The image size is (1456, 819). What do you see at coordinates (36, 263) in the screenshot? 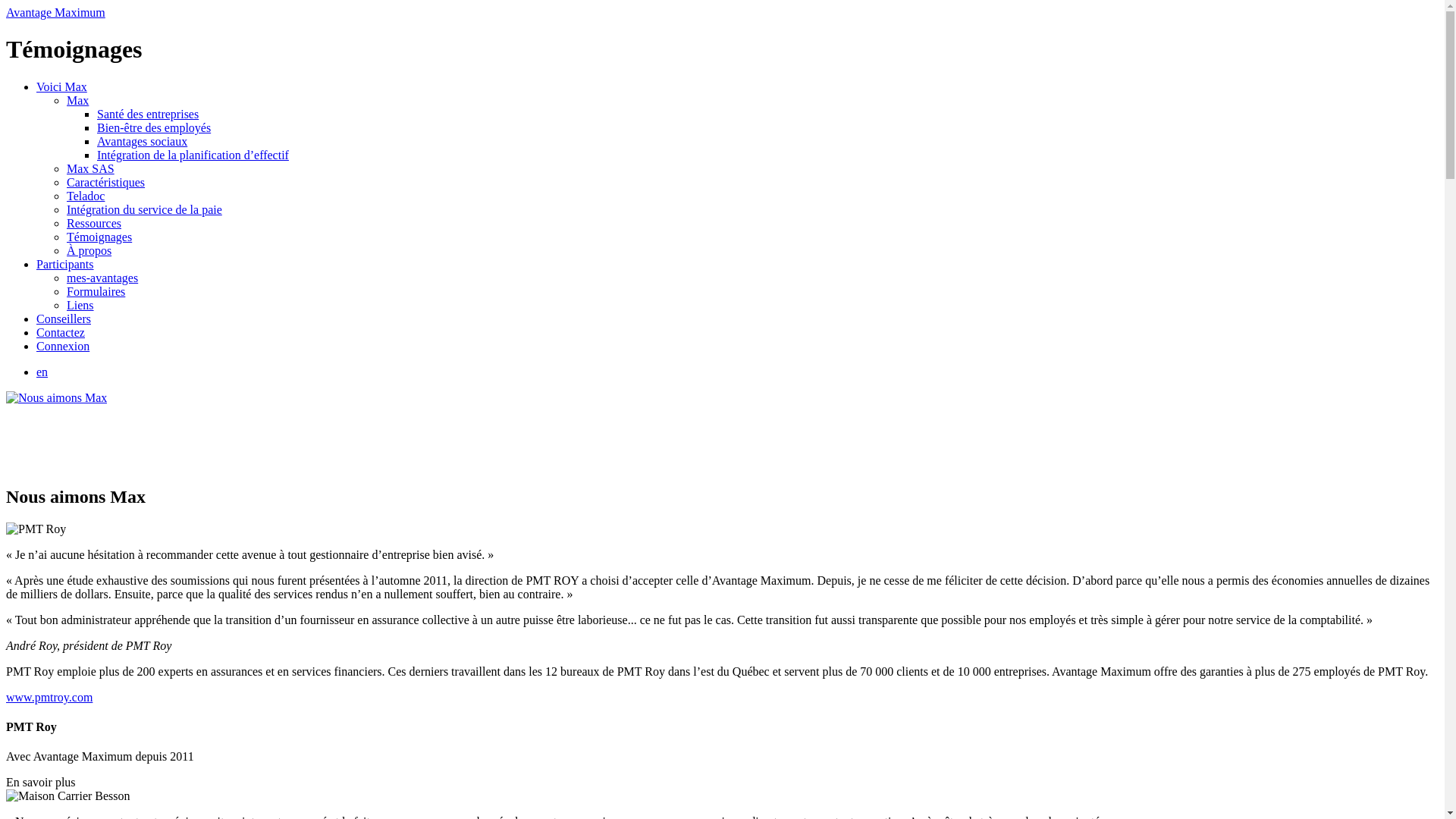
I see `'Participants'` at bounding box center [36, 263].